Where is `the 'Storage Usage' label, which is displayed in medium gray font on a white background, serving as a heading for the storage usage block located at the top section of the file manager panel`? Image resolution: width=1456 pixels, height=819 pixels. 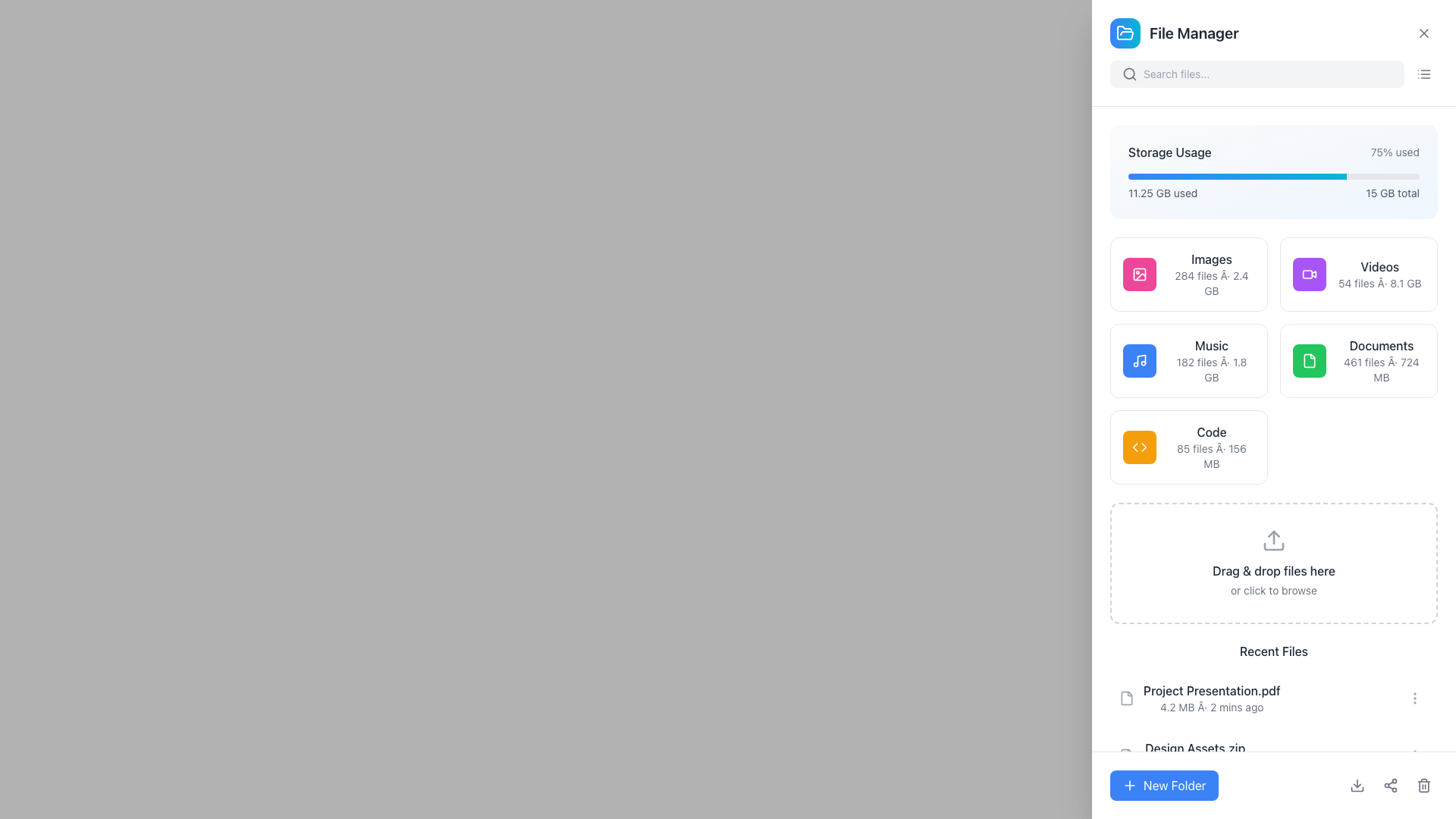
the 'Storage Usage' label, which is displayed in medium gray font on a white background, serving as a heading for the storage usage block located at the top section of the file manager panel is located at coordinates (1169, 152).